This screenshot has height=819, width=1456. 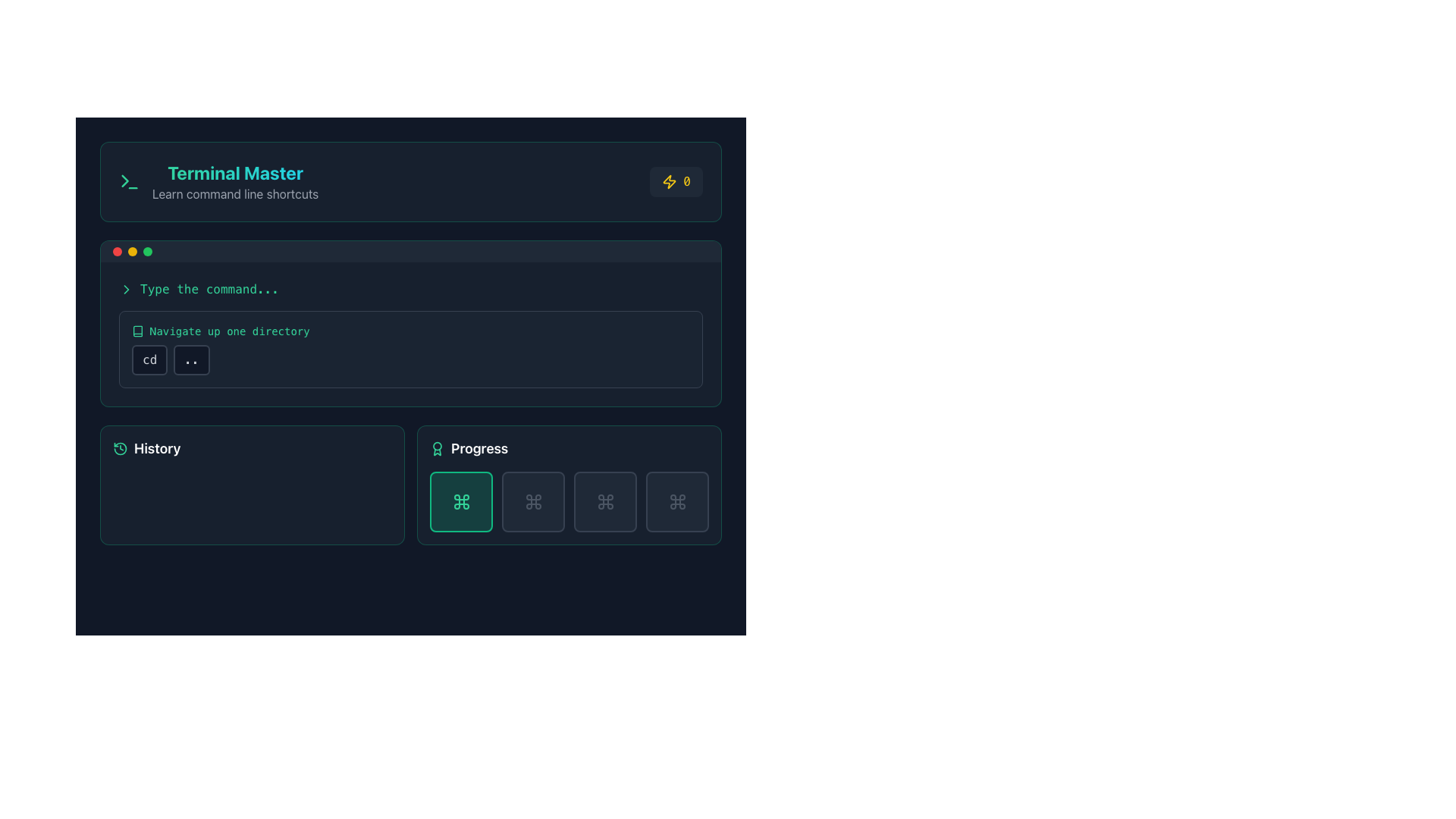 I want to click on the right-pointing chevron arrow icon, so click(x=127, y=289).